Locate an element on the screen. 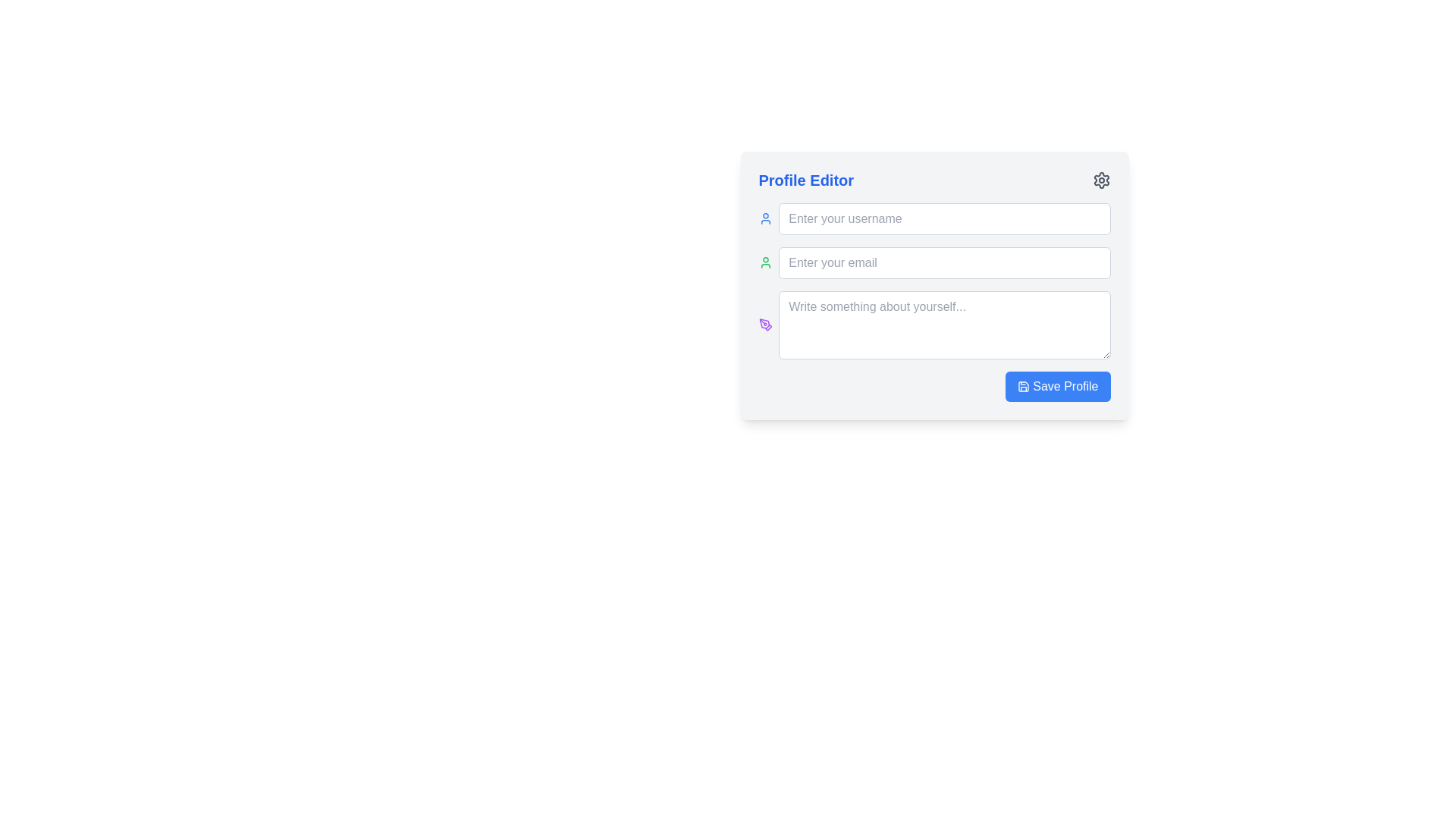 The image size is (1456, 819). the text area with rounded corners and a light gray border, which has the placeholder text 'Write something about yourself...' is located at coordinates (943, 324).